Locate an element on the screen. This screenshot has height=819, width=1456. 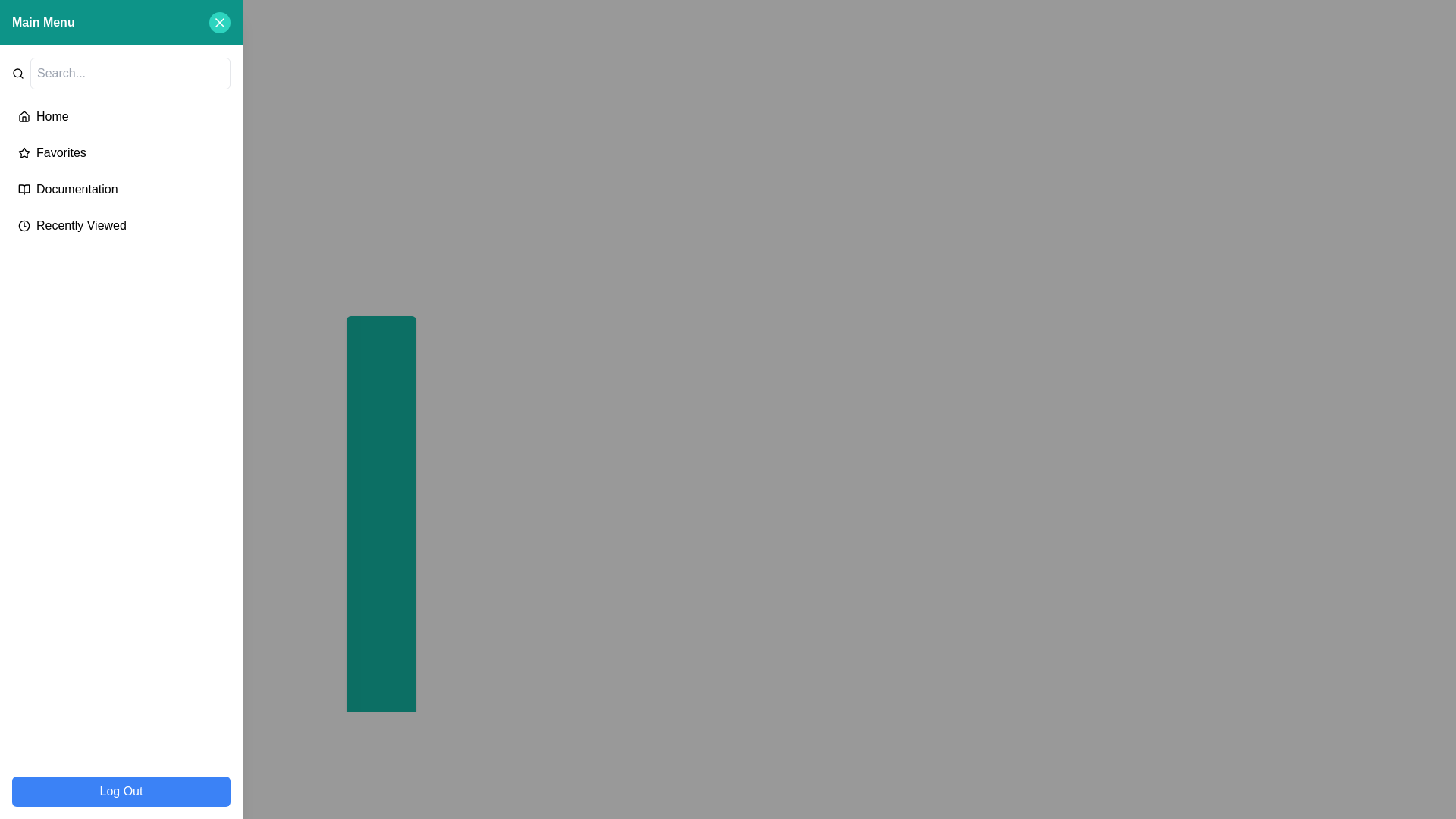
the close button located in the top-right corner of the 'Main Menu' panel is located at coordinates (218, 23).